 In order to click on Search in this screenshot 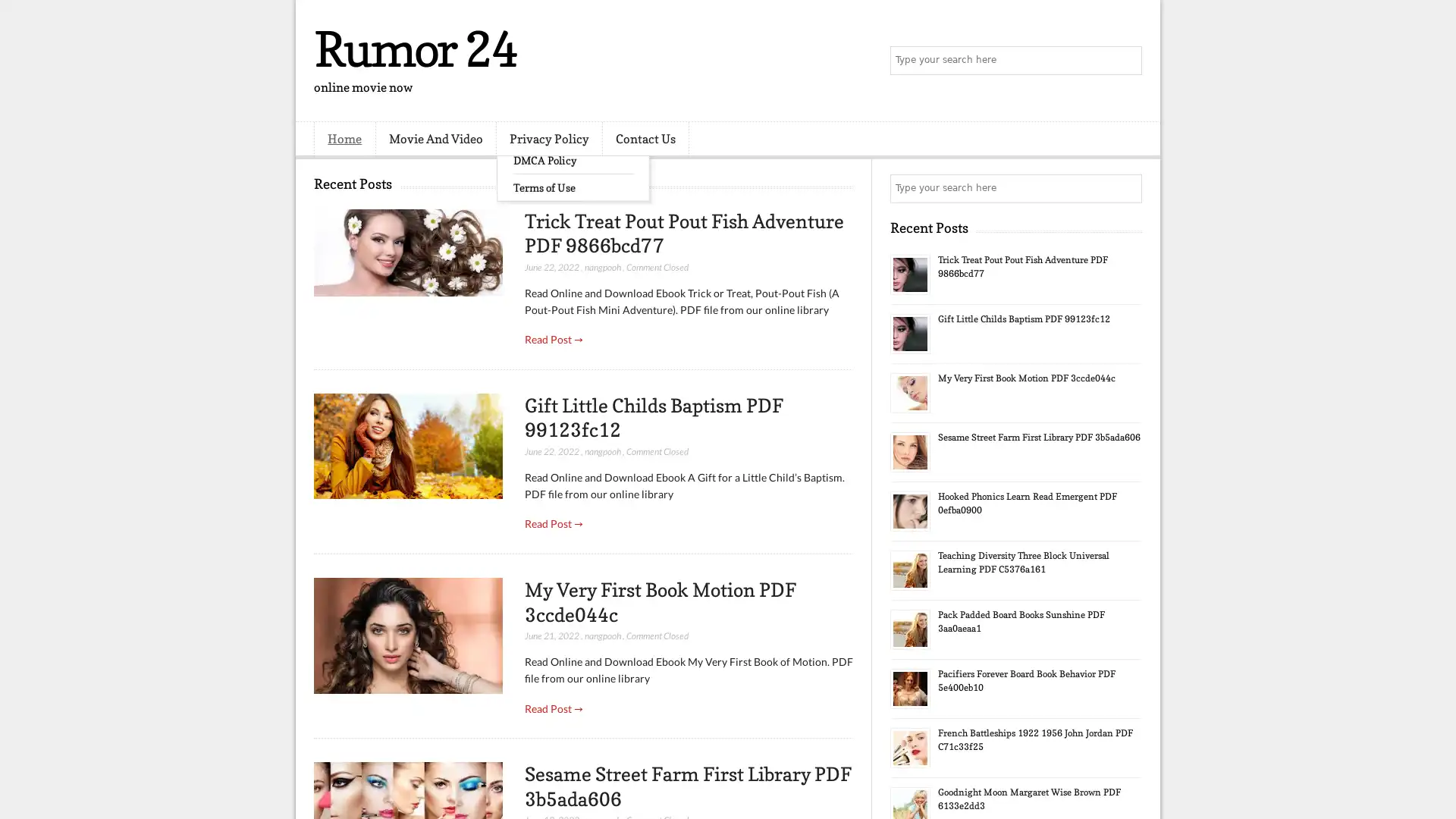, I will do `click(1126, 188)`.